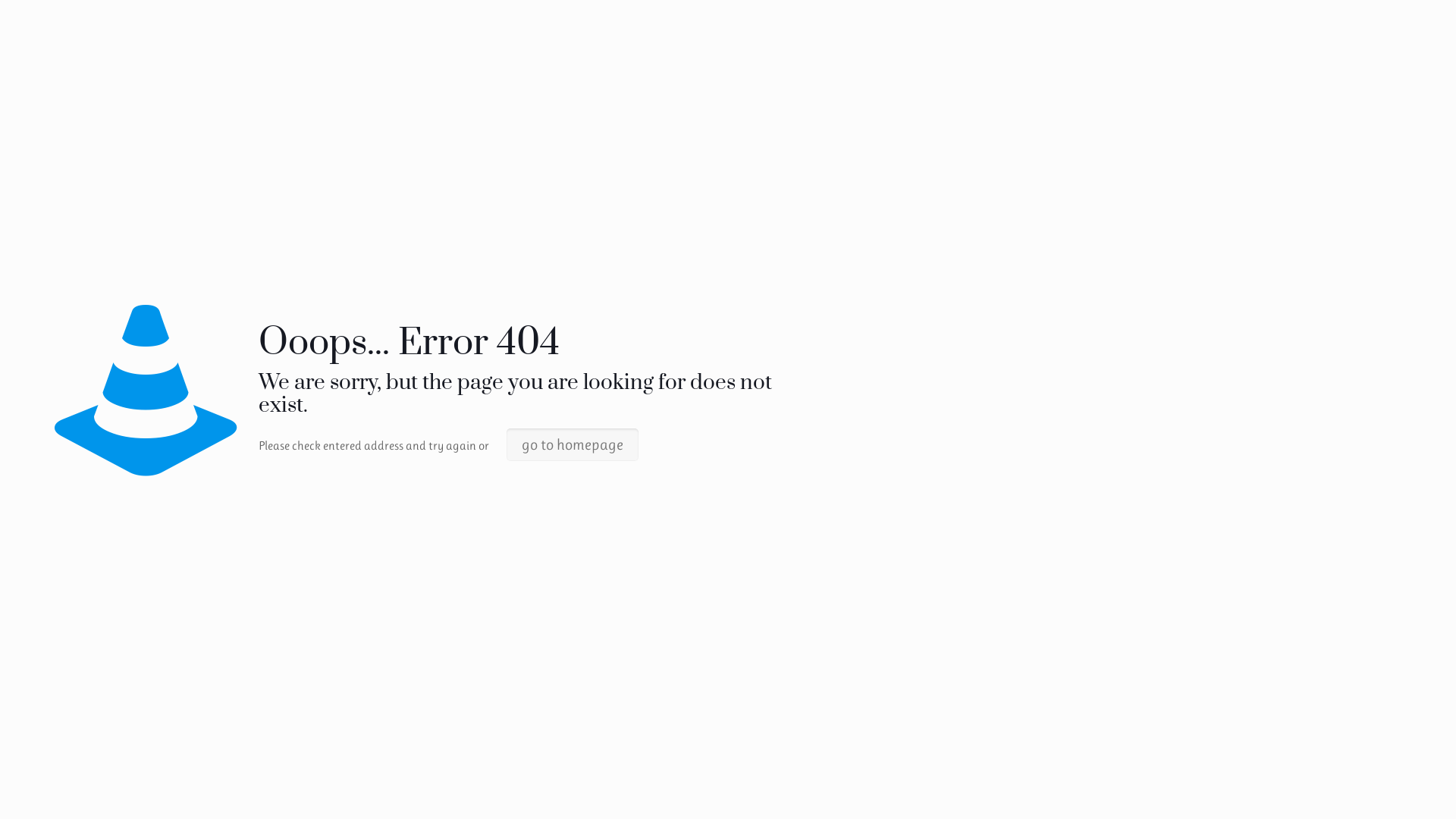 The image size is (1456, 819). I want to click on 'go to homepage', so click(571, 444).